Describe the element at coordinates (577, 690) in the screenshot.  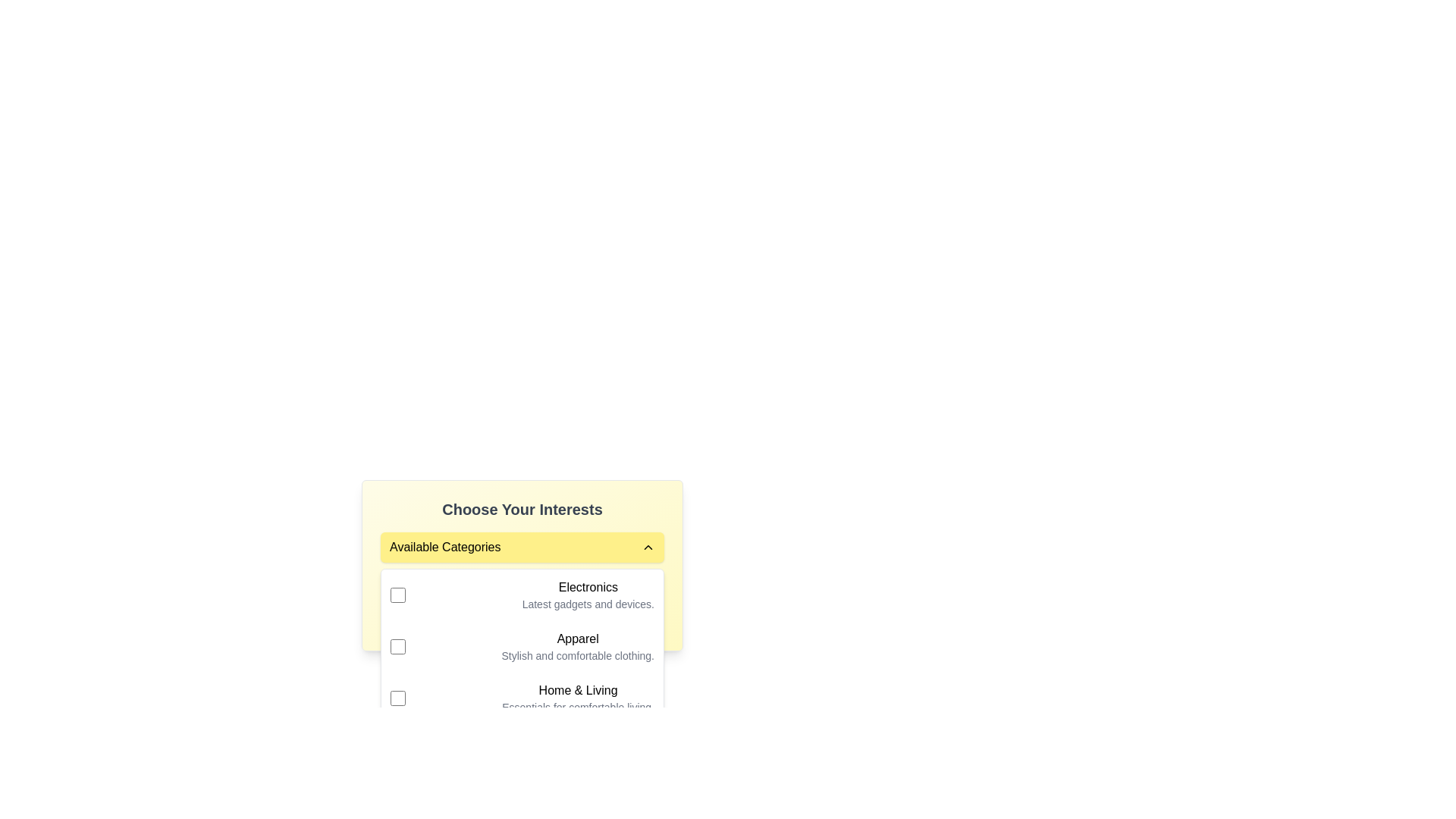
I see `the 'Home & Living' text label in the 'Available Categories' dropdown section under 'Choose Your Interests'` at that location.